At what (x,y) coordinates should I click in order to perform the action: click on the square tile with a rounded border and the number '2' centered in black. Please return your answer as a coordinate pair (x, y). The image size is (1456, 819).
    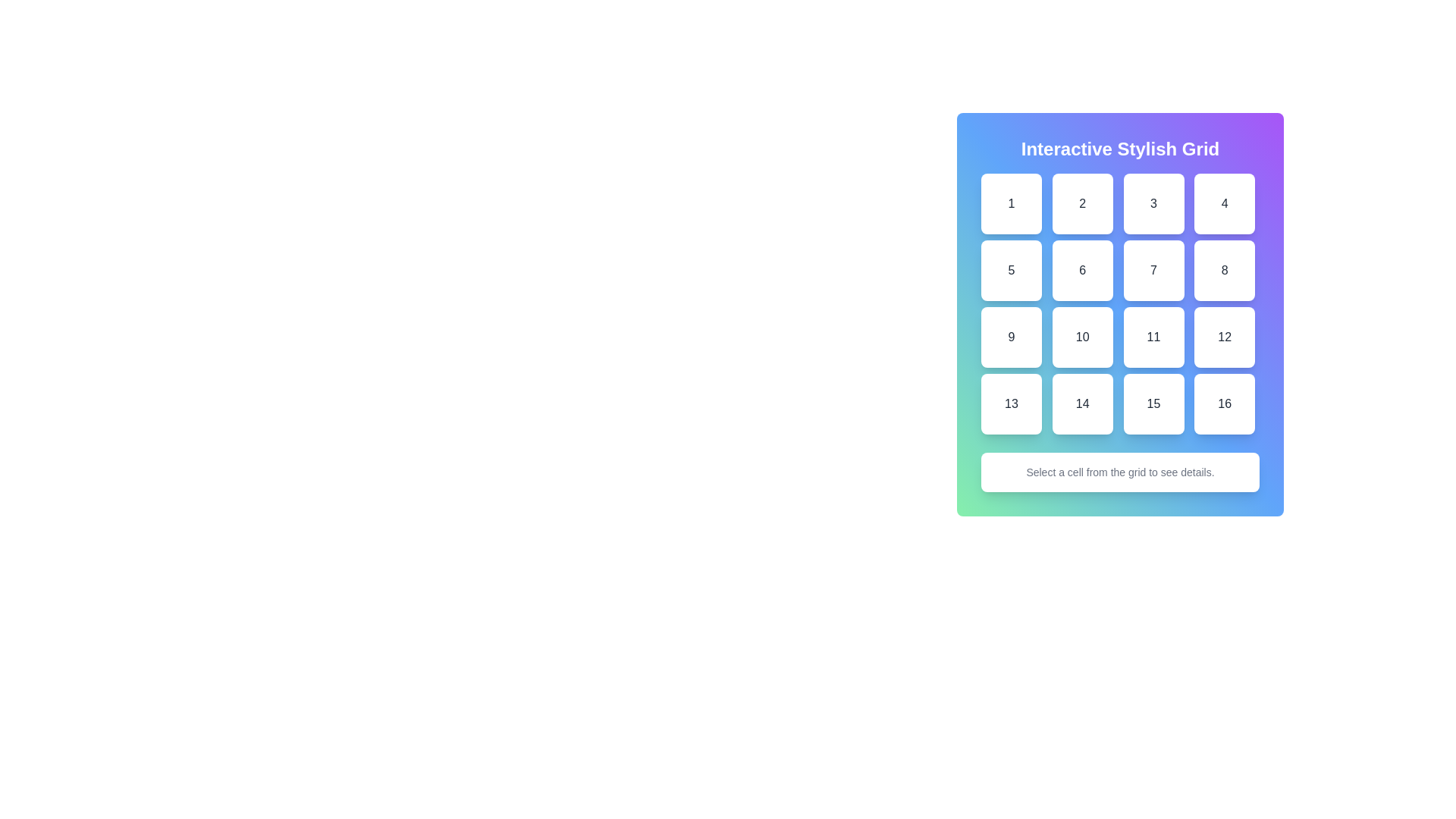
    Looking at the image, I should click on (1081, 203).